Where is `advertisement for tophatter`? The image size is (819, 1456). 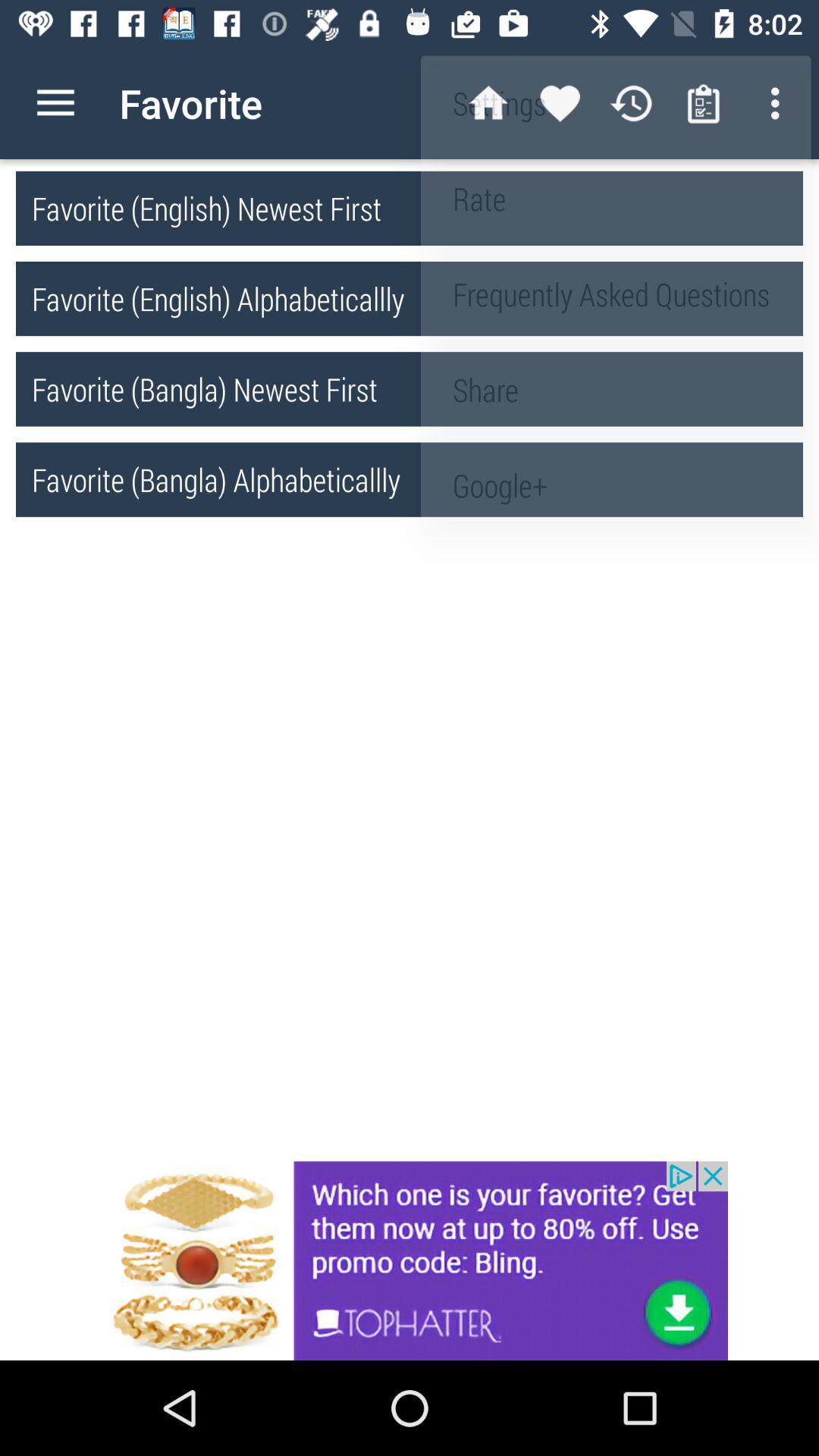 advertisement for tophatter is located at coordinates (409, 1260).